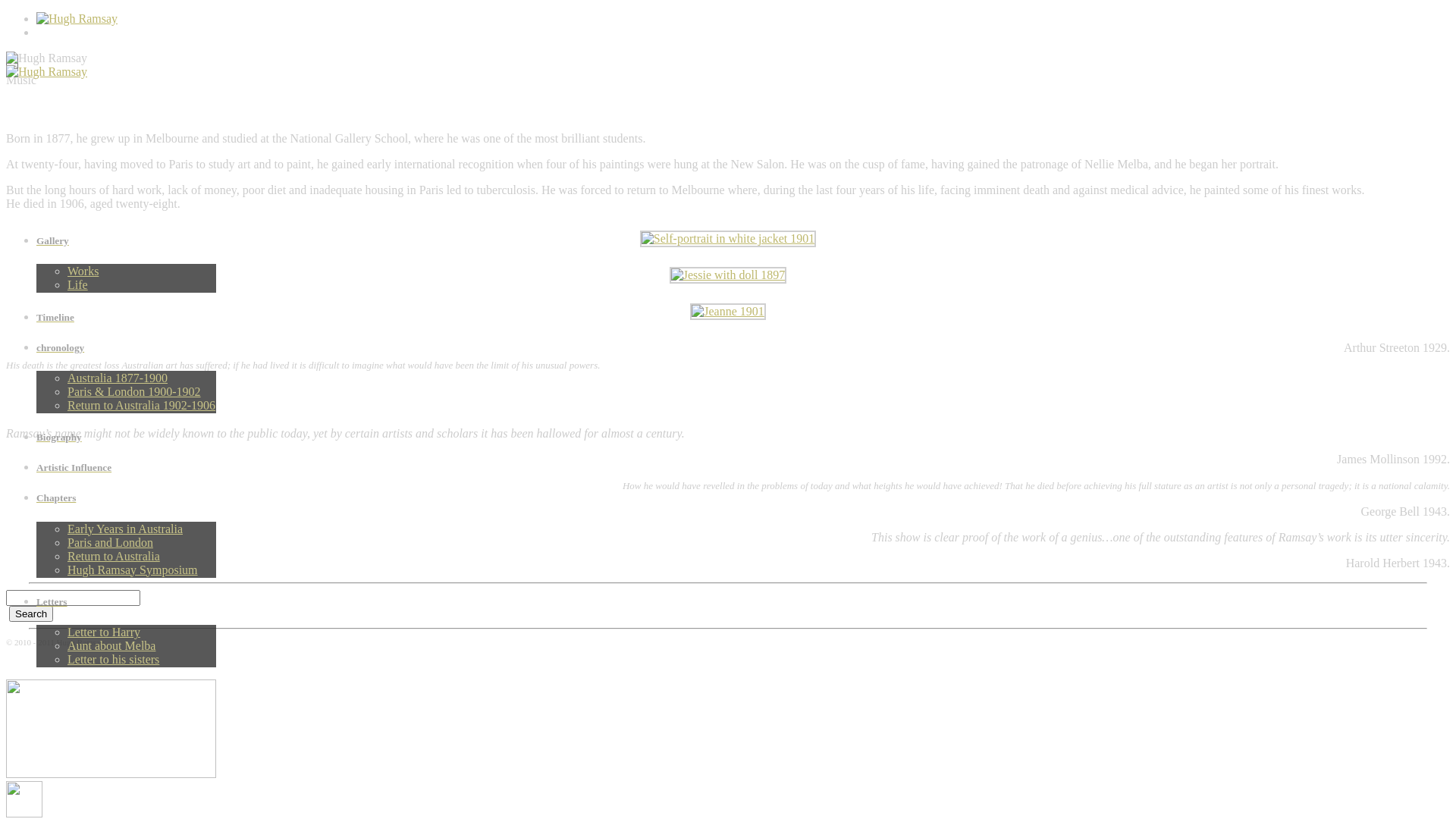  What do you see at coordinates (77, 284) in the screenshot?
I see `'Life'` at bounding box center [77, 284].